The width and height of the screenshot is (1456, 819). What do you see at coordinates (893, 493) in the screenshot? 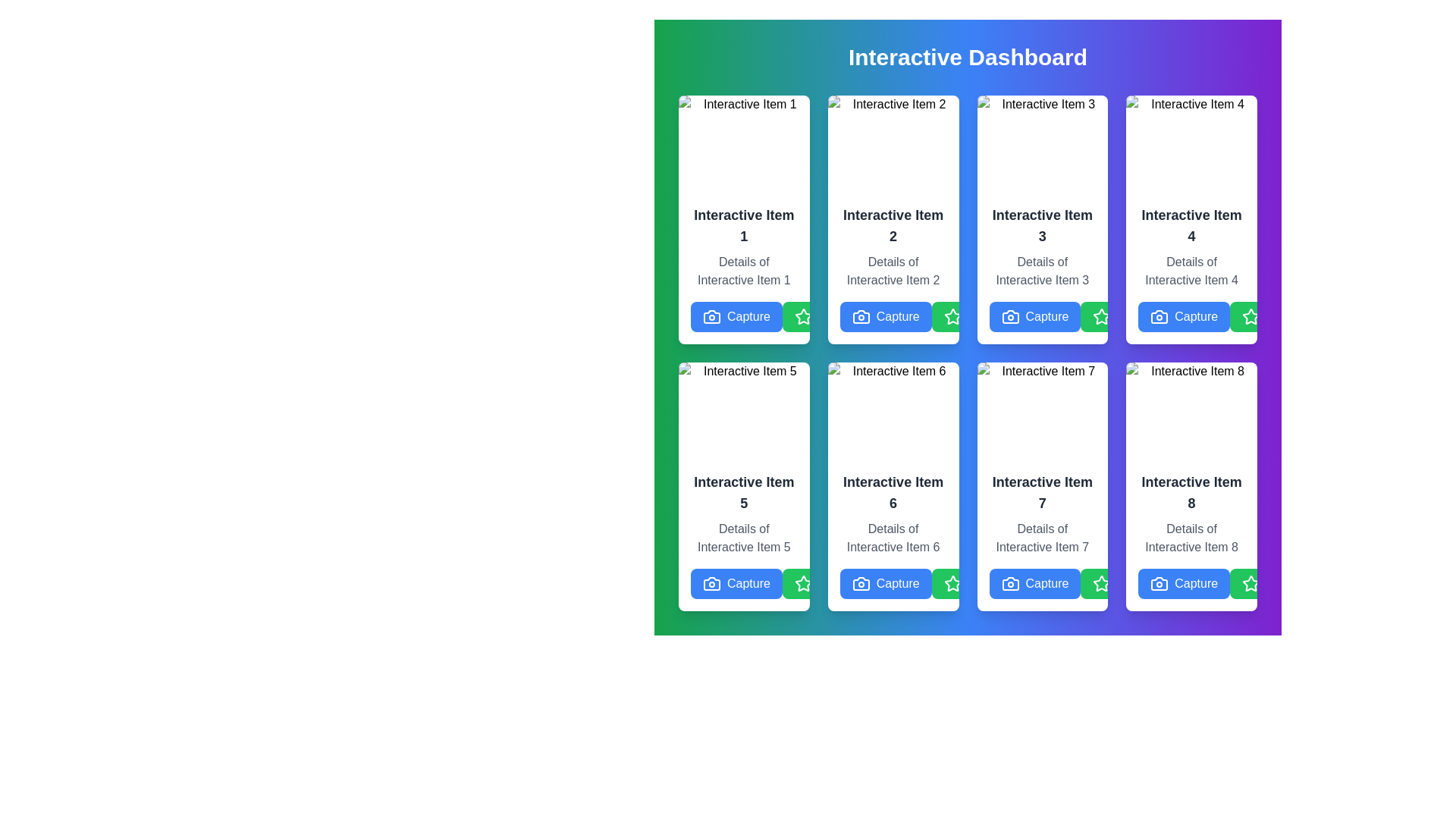
I see `the static text component titled 'Interactive Item 6' located in the sixth card of the grid layout, which serves as the title for the associated card` at bounding box center [893, 493].